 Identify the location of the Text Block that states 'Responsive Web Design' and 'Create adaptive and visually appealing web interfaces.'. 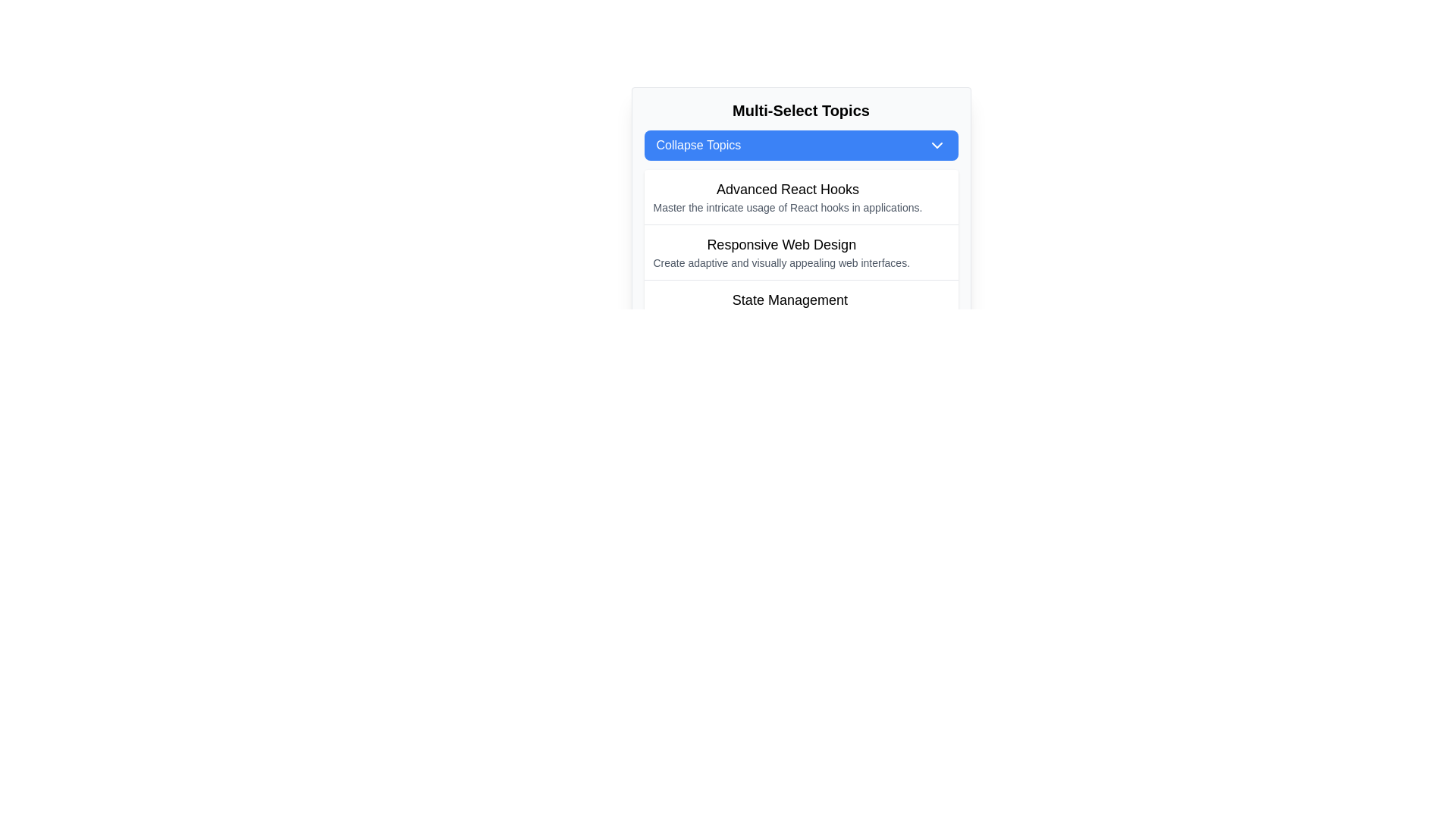
(781, 251).